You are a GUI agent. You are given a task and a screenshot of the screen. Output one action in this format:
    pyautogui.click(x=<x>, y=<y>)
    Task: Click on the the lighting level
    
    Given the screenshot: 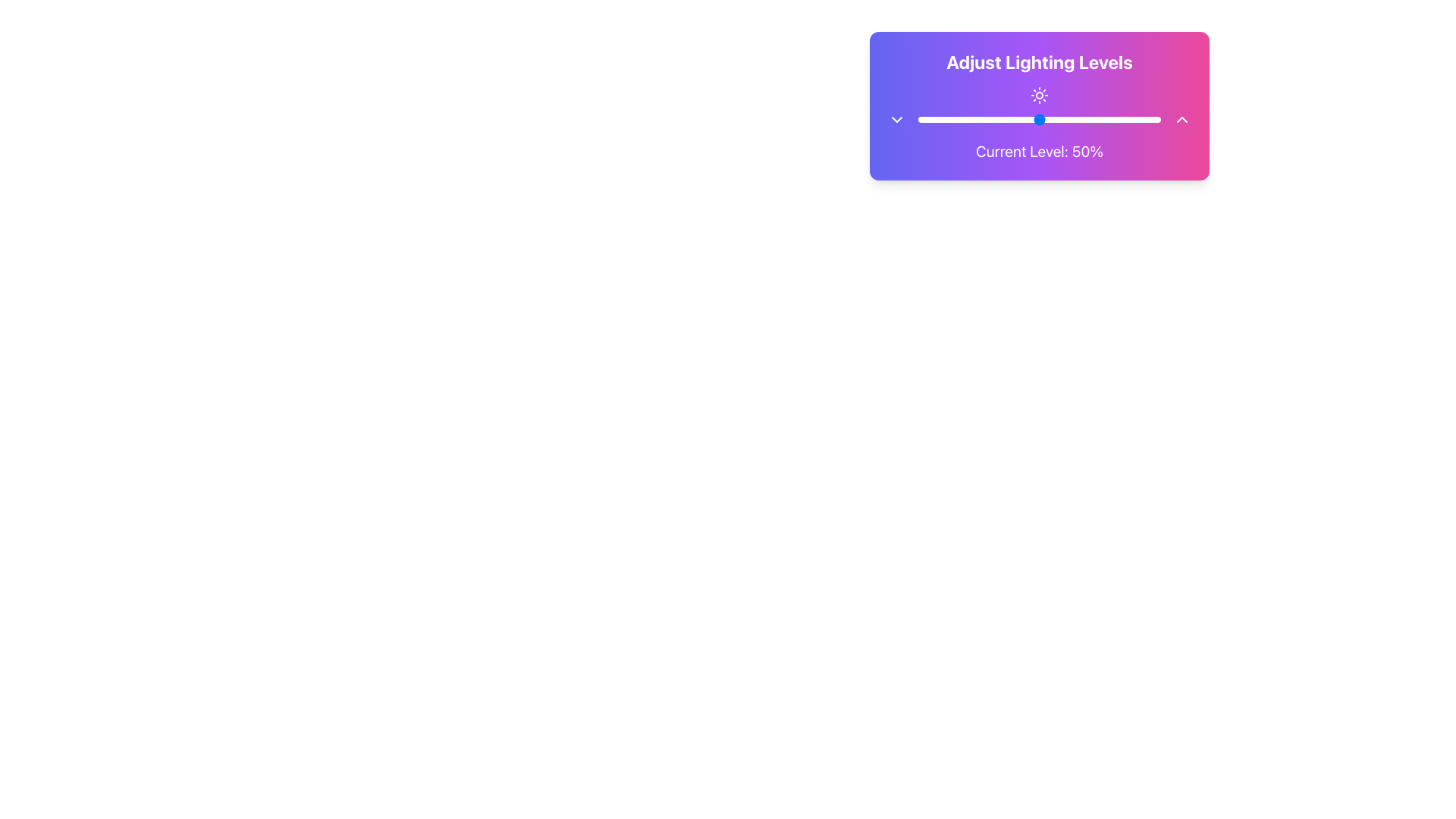 What is the action you would take?
    pyautogui.click(x=932, y=119)
    